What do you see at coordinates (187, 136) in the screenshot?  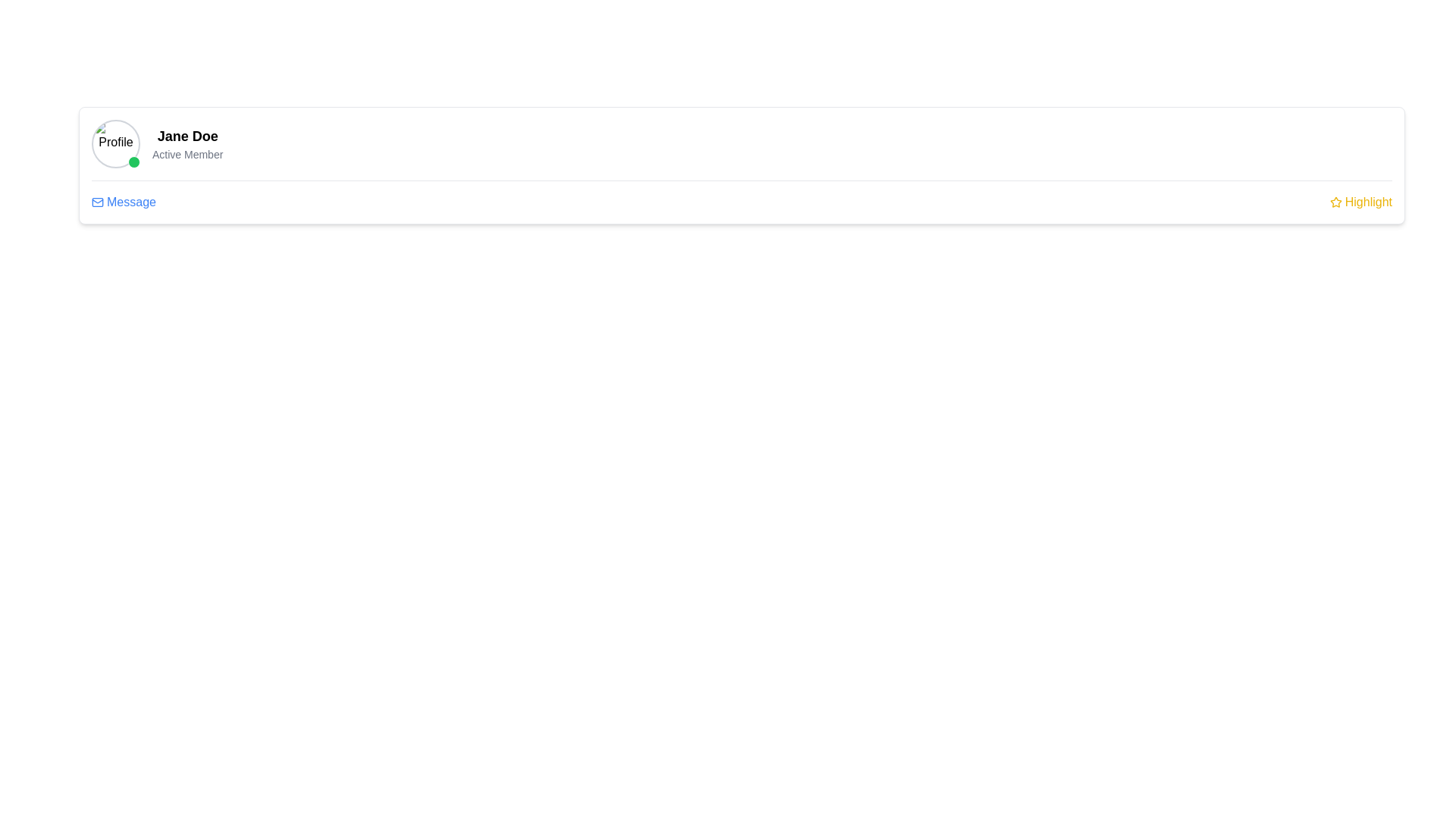 I see `the text label displaying 'Jane Doe', which is bold and large, positioned above 'Active Member' and to the right of the profile icon` at bounding box center [187, 136].